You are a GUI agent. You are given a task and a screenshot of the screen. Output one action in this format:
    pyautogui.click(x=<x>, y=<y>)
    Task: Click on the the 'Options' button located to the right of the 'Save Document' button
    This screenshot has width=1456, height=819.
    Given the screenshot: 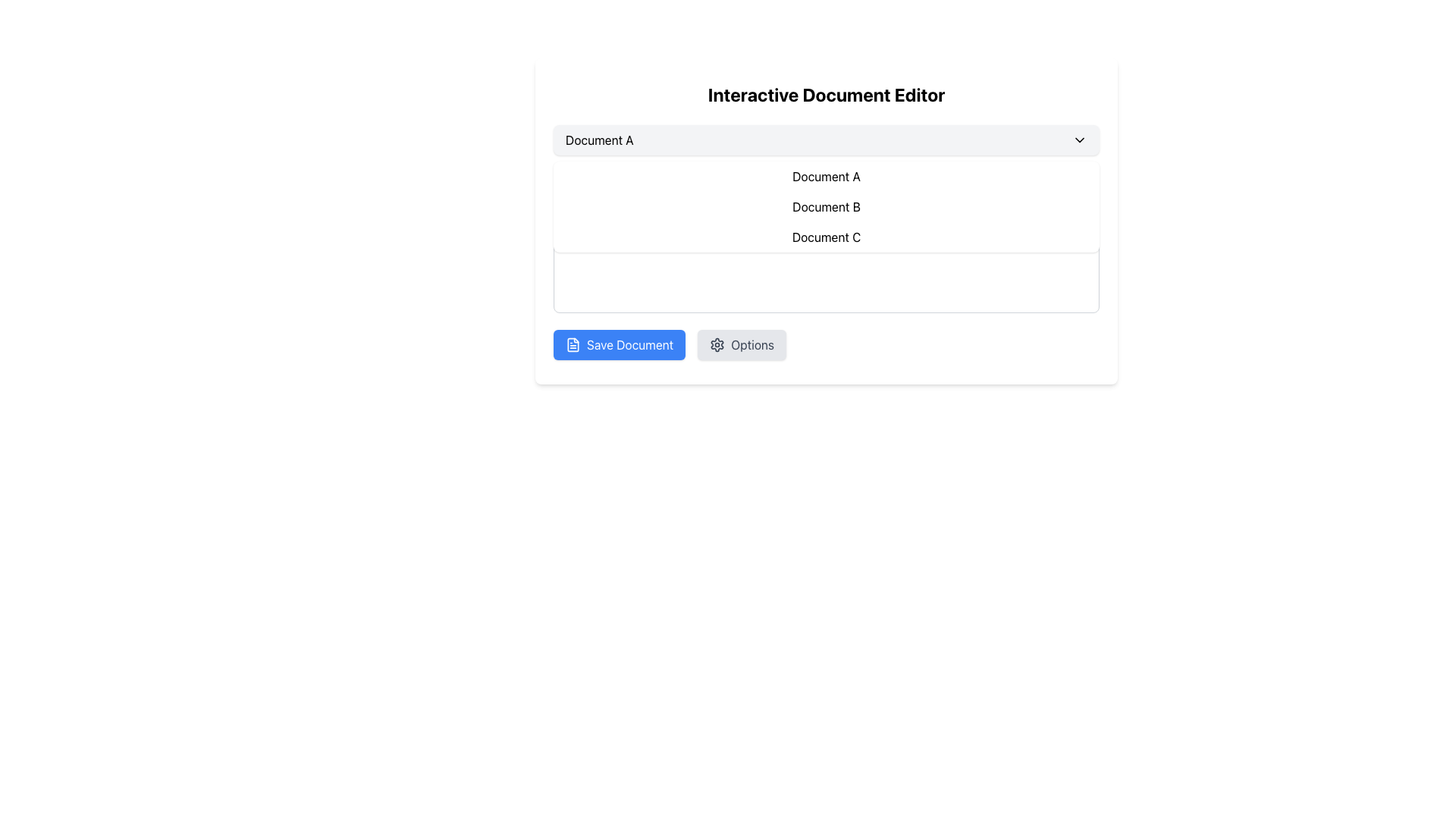 What is the action you would take?
    pyautogui.click(x=742, y=345)
    